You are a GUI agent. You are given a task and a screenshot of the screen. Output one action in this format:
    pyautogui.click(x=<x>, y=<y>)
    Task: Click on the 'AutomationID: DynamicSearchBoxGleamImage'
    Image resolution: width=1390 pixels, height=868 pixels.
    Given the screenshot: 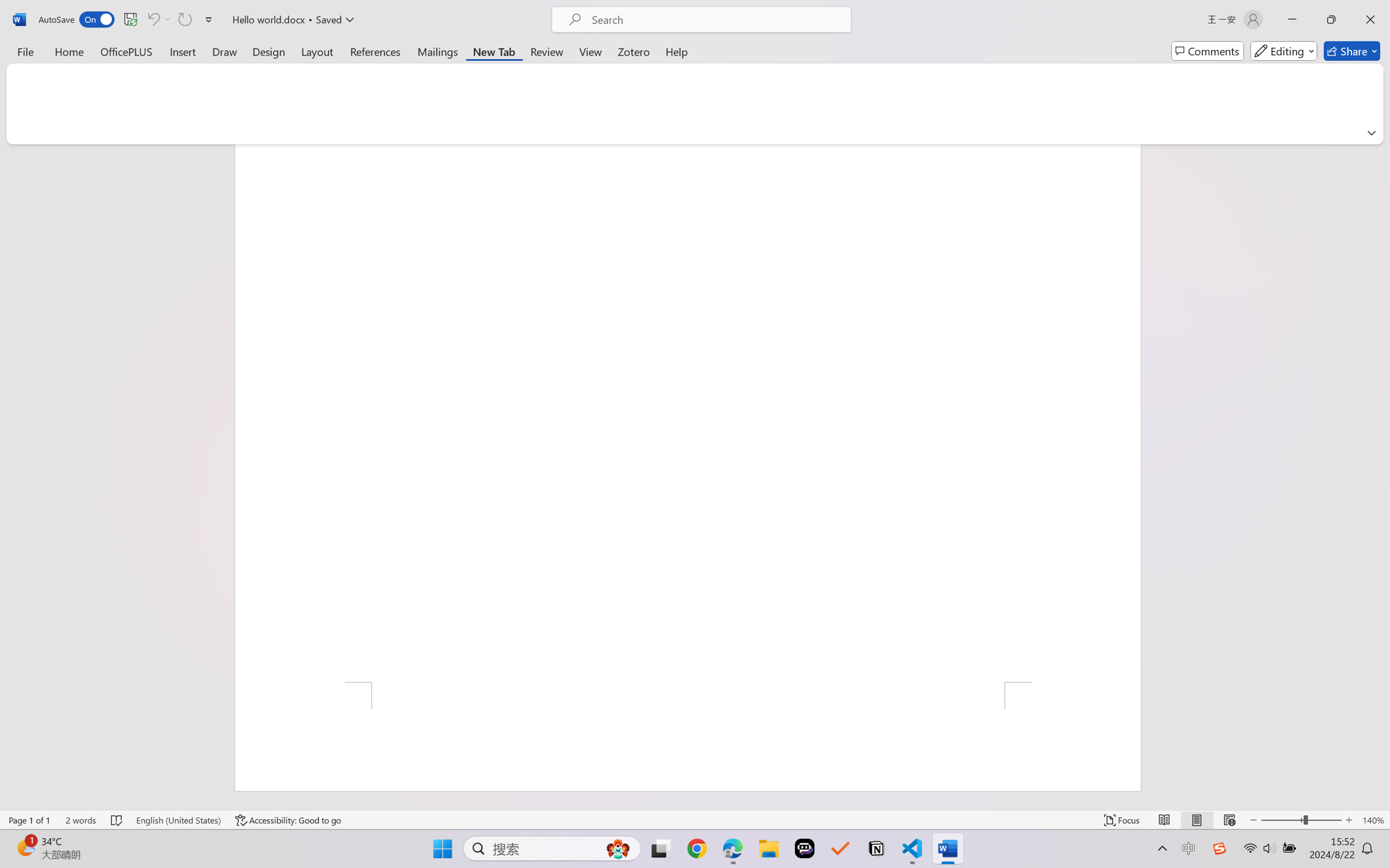 What is the action you would take?
    pyautogui.click(x=618, y=848)
    